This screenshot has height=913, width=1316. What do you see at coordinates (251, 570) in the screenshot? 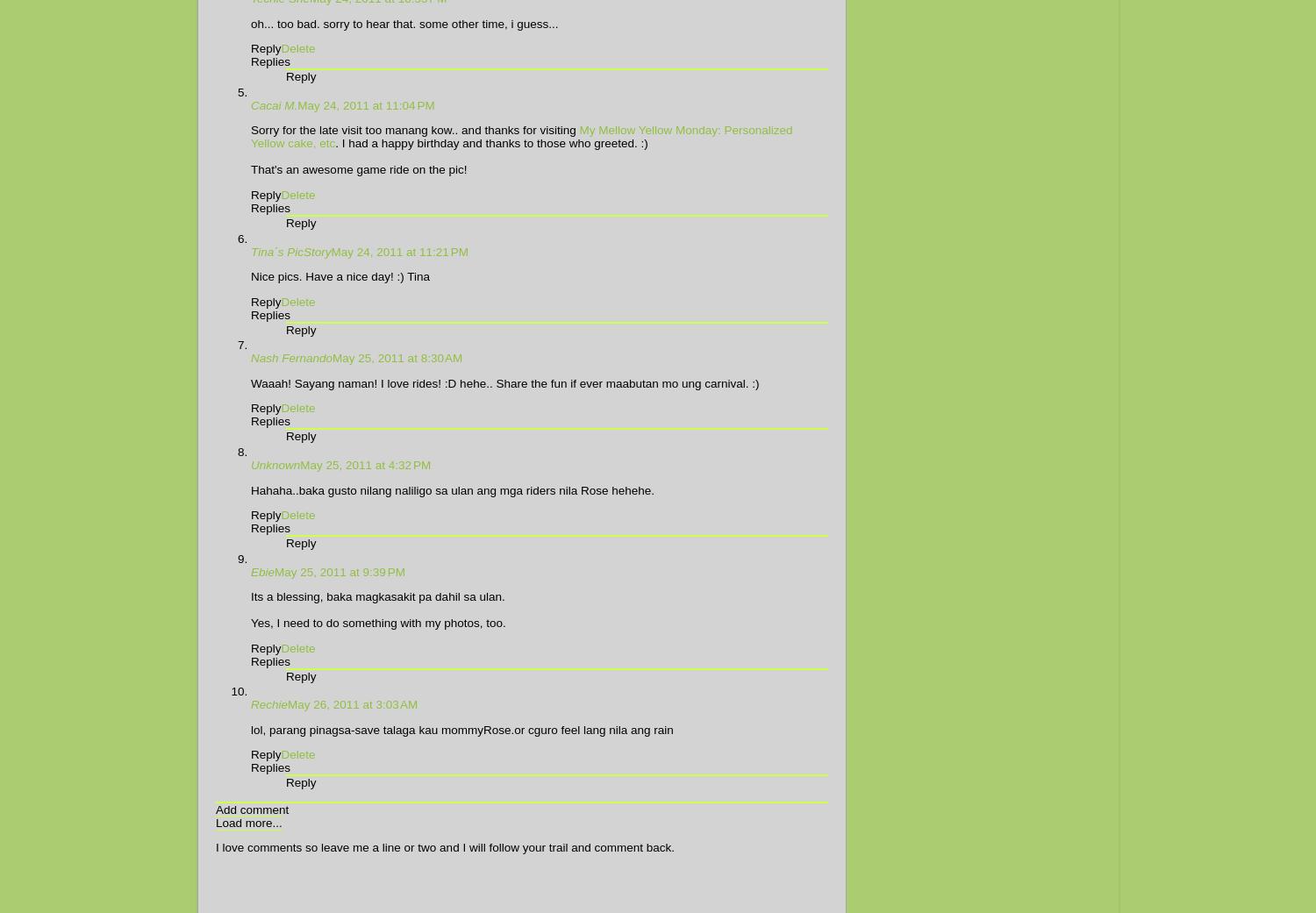
I see `'Ebie'` at bounding box center [251, 570].